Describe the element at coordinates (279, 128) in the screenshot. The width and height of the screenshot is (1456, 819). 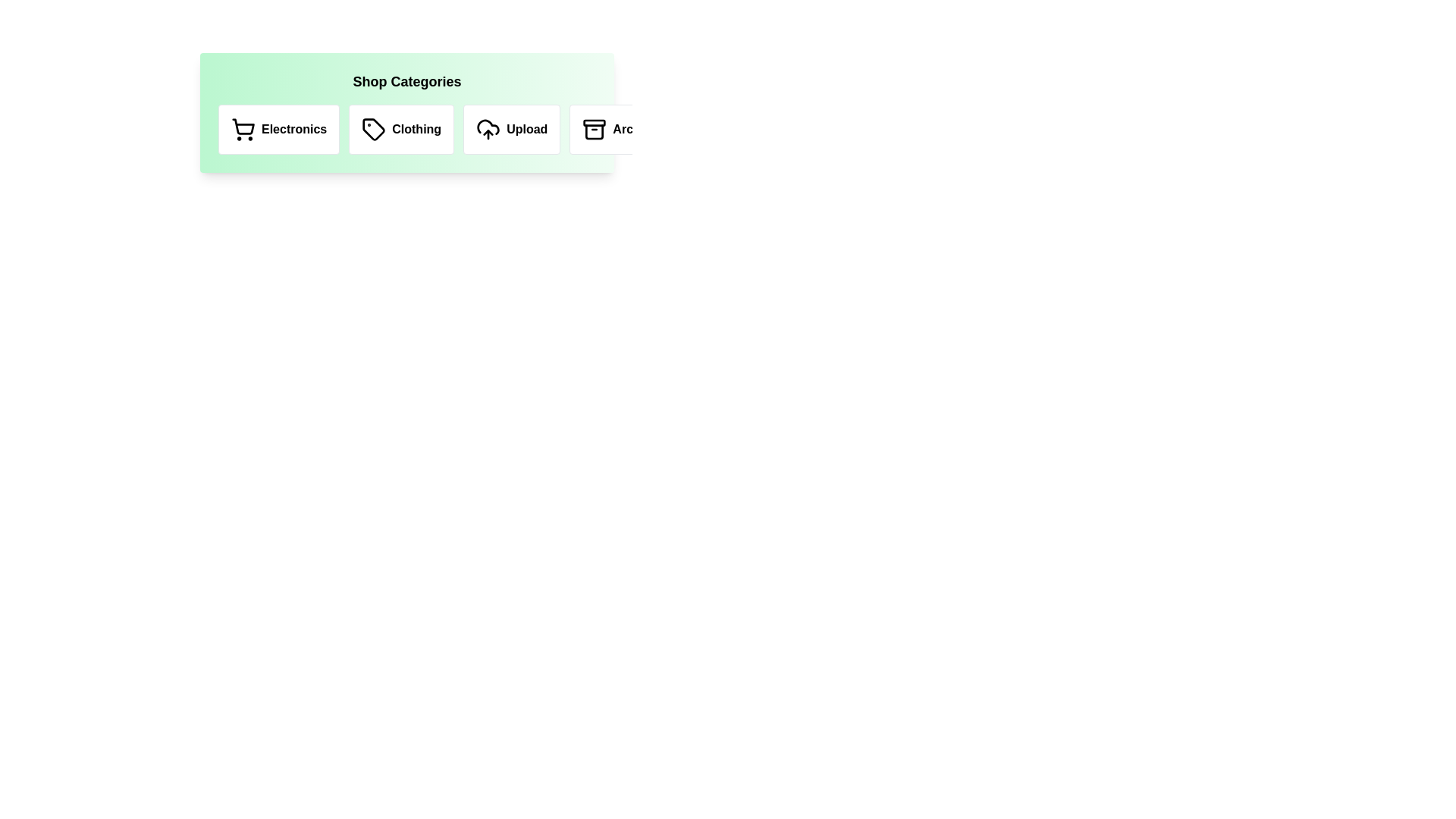
I see `the text of the category label Electronics` at that location.